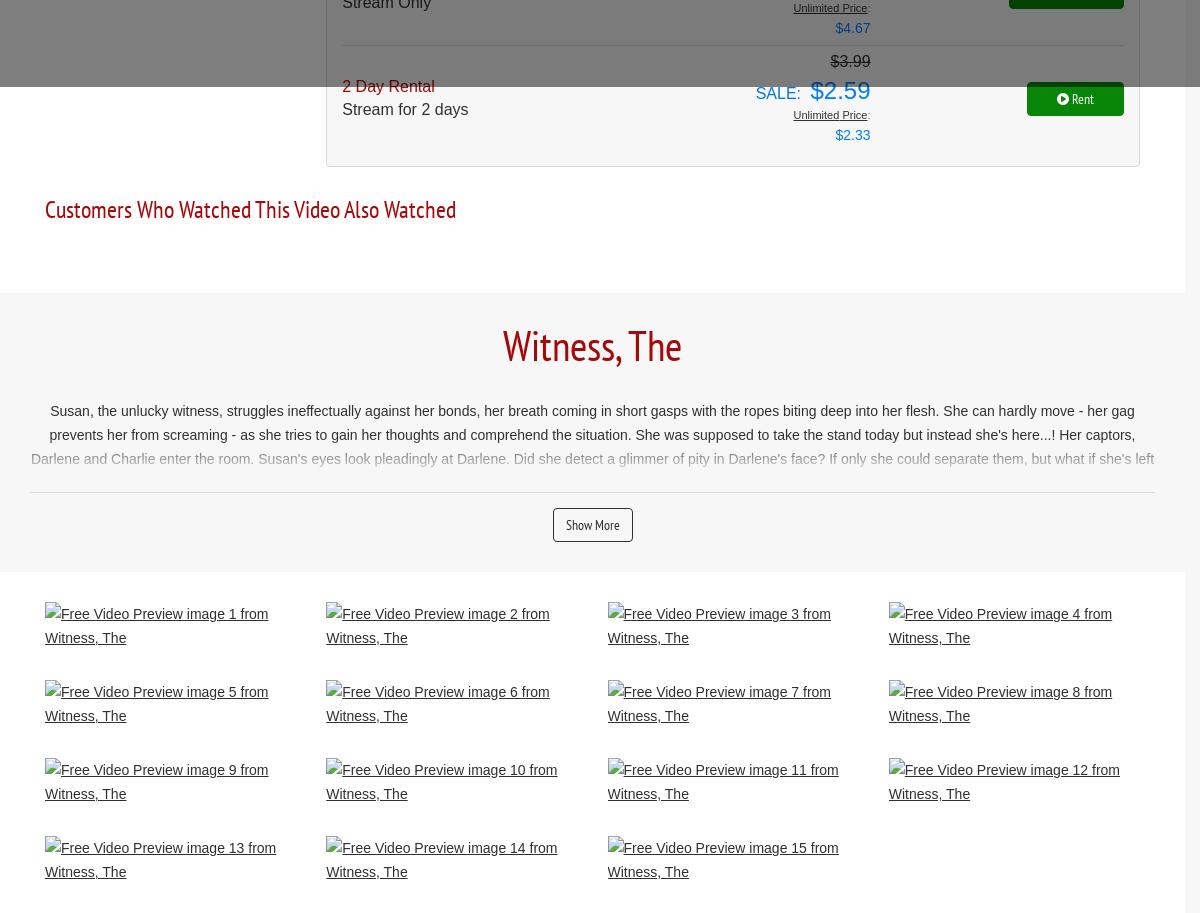  I want to click on 'Rent', so click(1080, 97).